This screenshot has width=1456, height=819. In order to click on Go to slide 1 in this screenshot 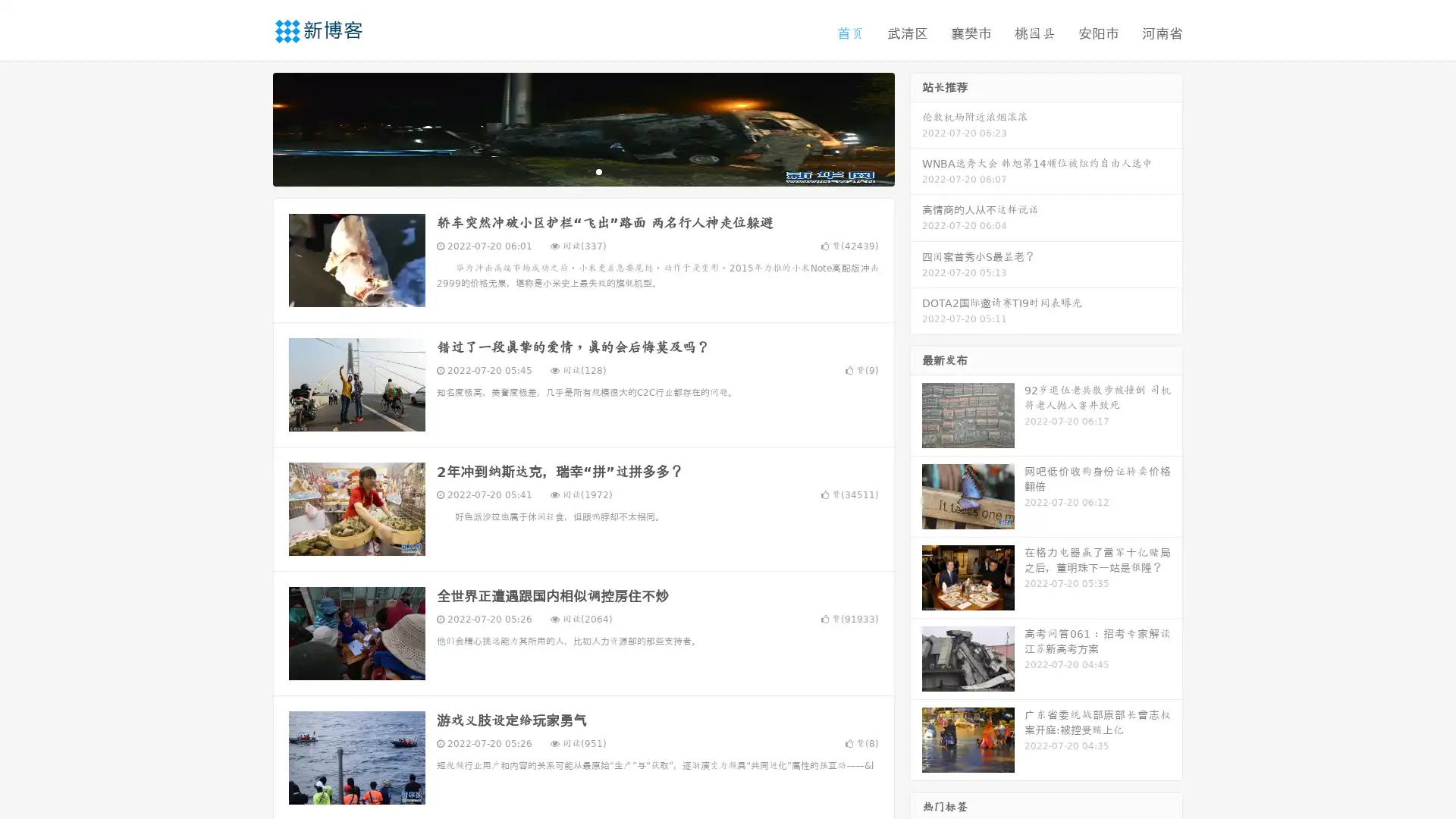, I will do `click(567, 171)`.